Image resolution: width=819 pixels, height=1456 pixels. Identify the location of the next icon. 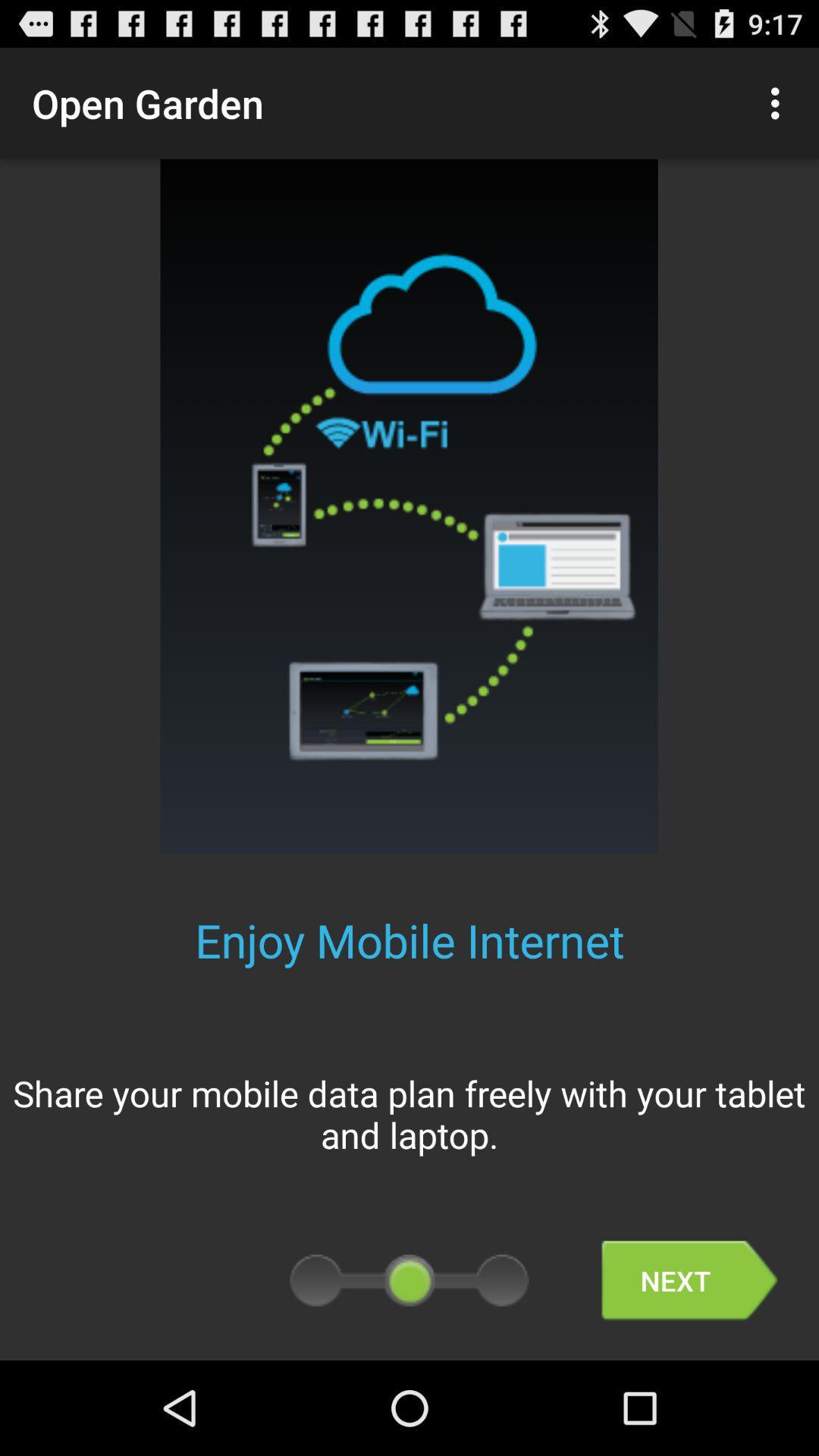
(689, 1280).